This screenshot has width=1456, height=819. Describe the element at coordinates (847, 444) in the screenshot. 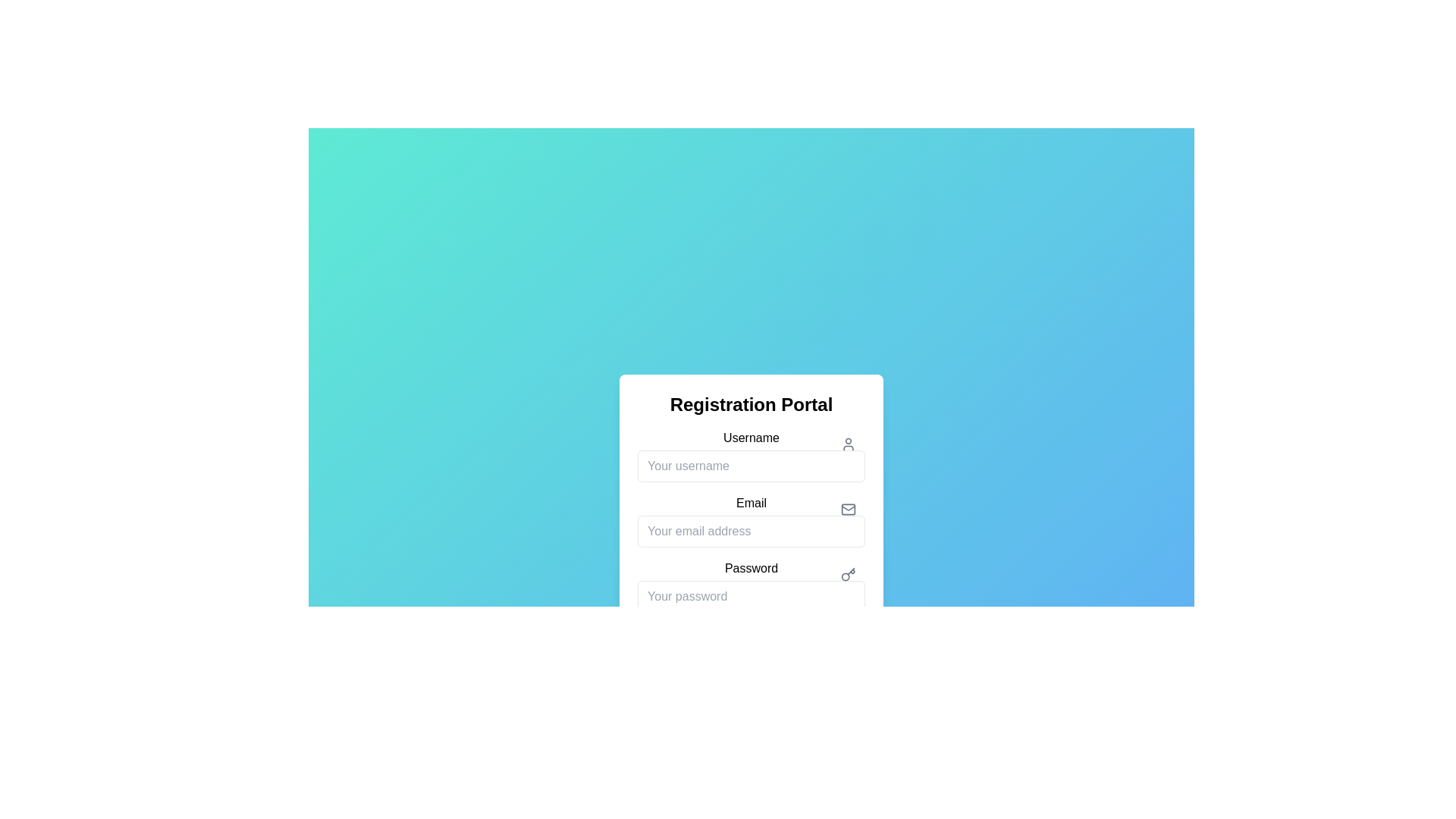

I see `the small user icon, which is styled with a circular head and a semi-circular body, located in the top-right corner of the 'Username' input field` at that location.